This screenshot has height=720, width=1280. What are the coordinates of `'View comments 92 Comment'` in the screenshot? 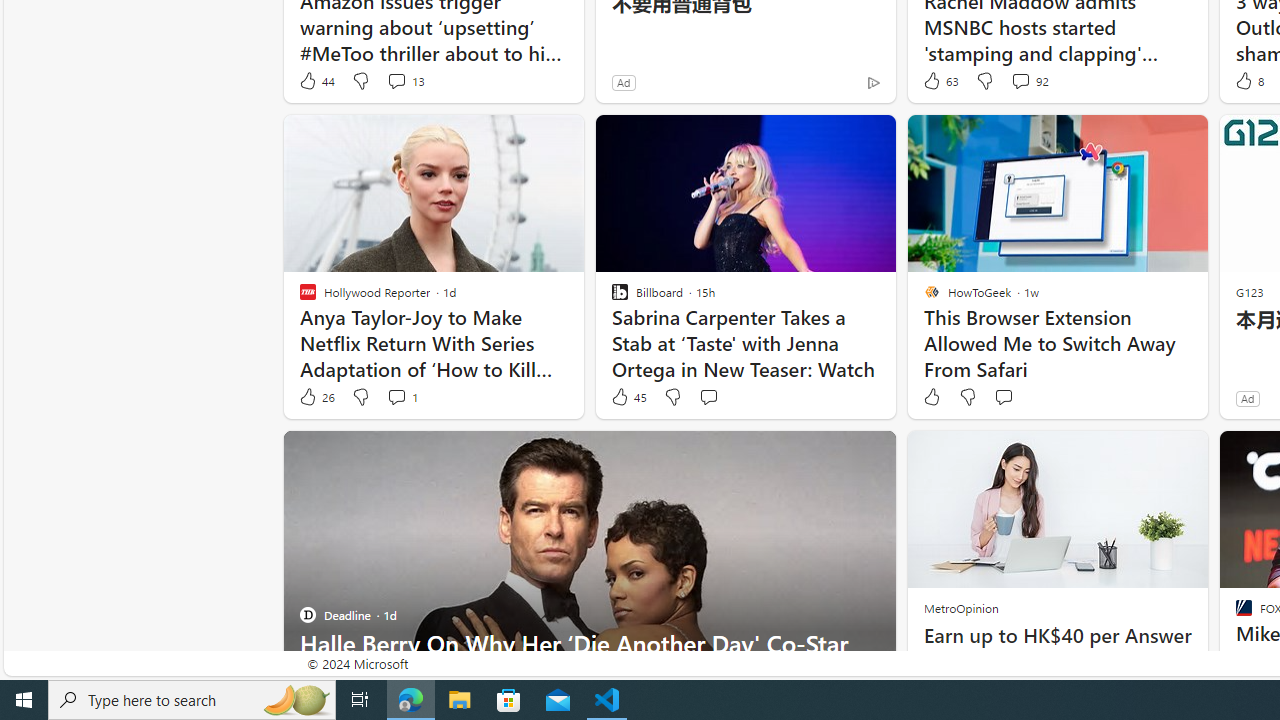 It's located at (1029, 80).